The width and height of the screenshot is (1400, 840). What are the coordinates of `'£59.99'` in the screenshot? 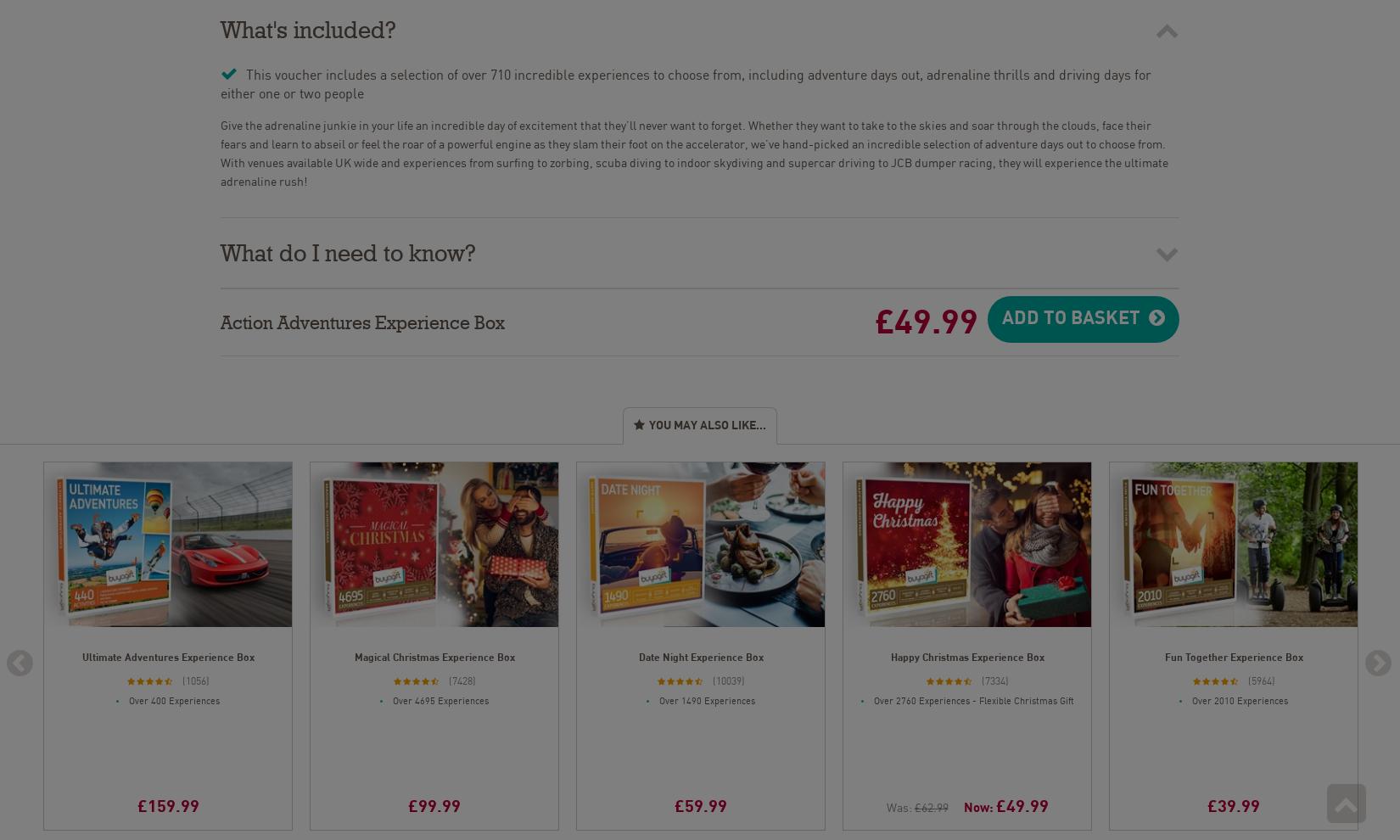 It's located at (700, 804).